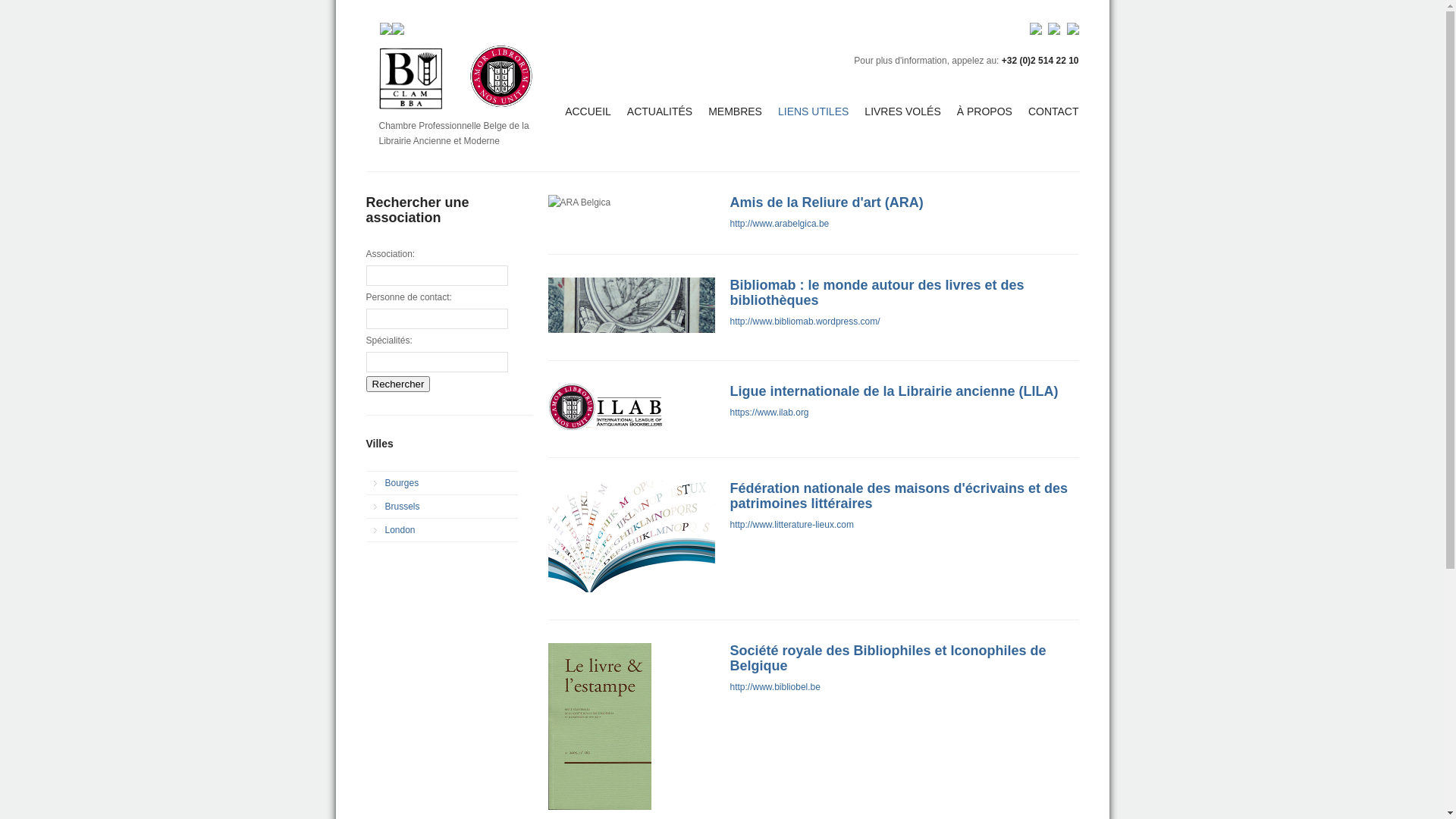 This screenshot has height=819, width=1456. Describe the element at coordinates (768, 412) in the screenshot. I see `'https://www.ilab.org'` at that location.